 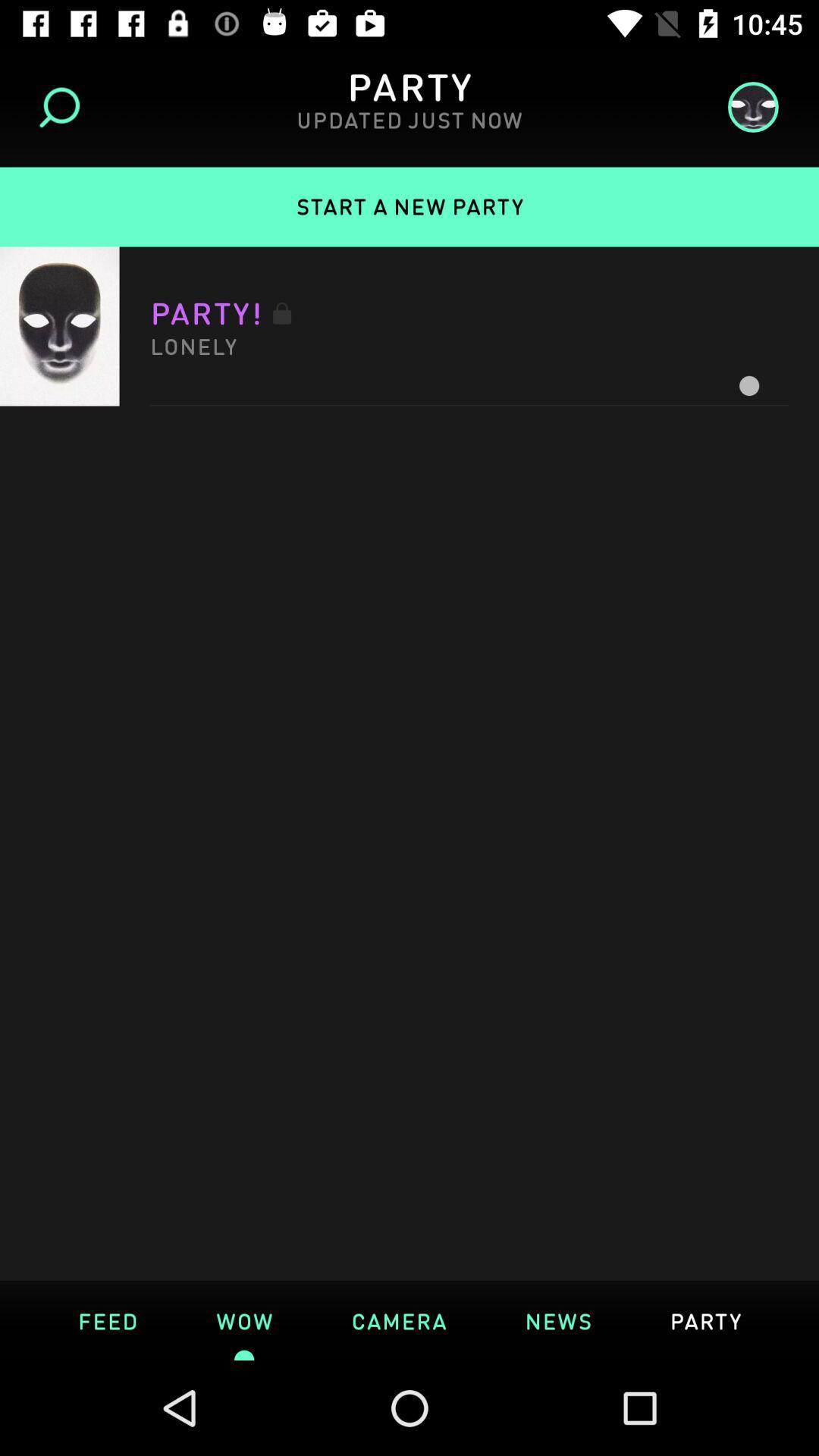 I want to click on the text which is right side of news, so click(x=705, y=1319).